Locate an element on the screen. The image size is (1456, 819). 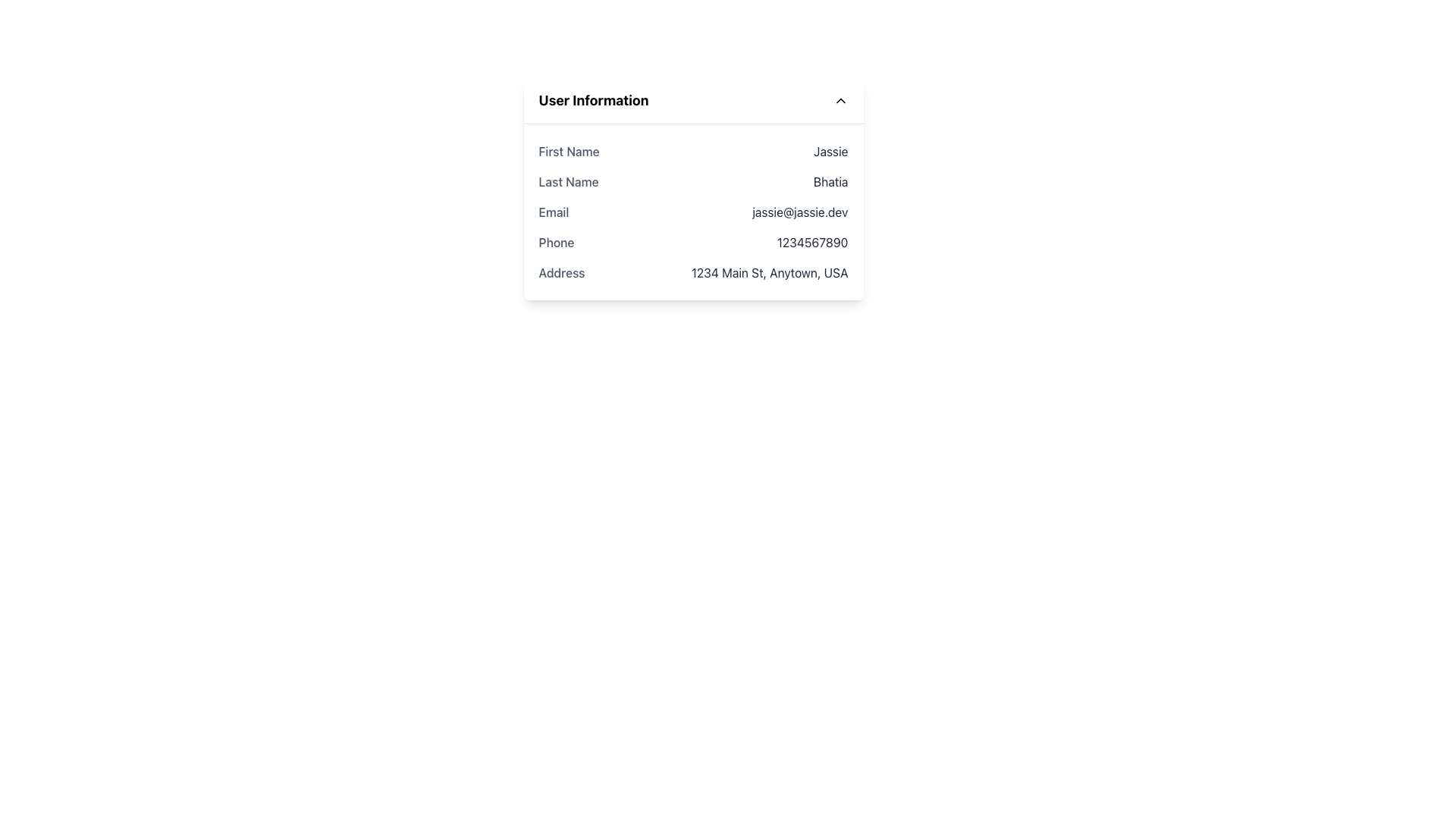
the address information display in the contact details UI panel, which is the last entry in the 'User Information' section, located below the 'Phone' entry is located at coordinates (692, 271).